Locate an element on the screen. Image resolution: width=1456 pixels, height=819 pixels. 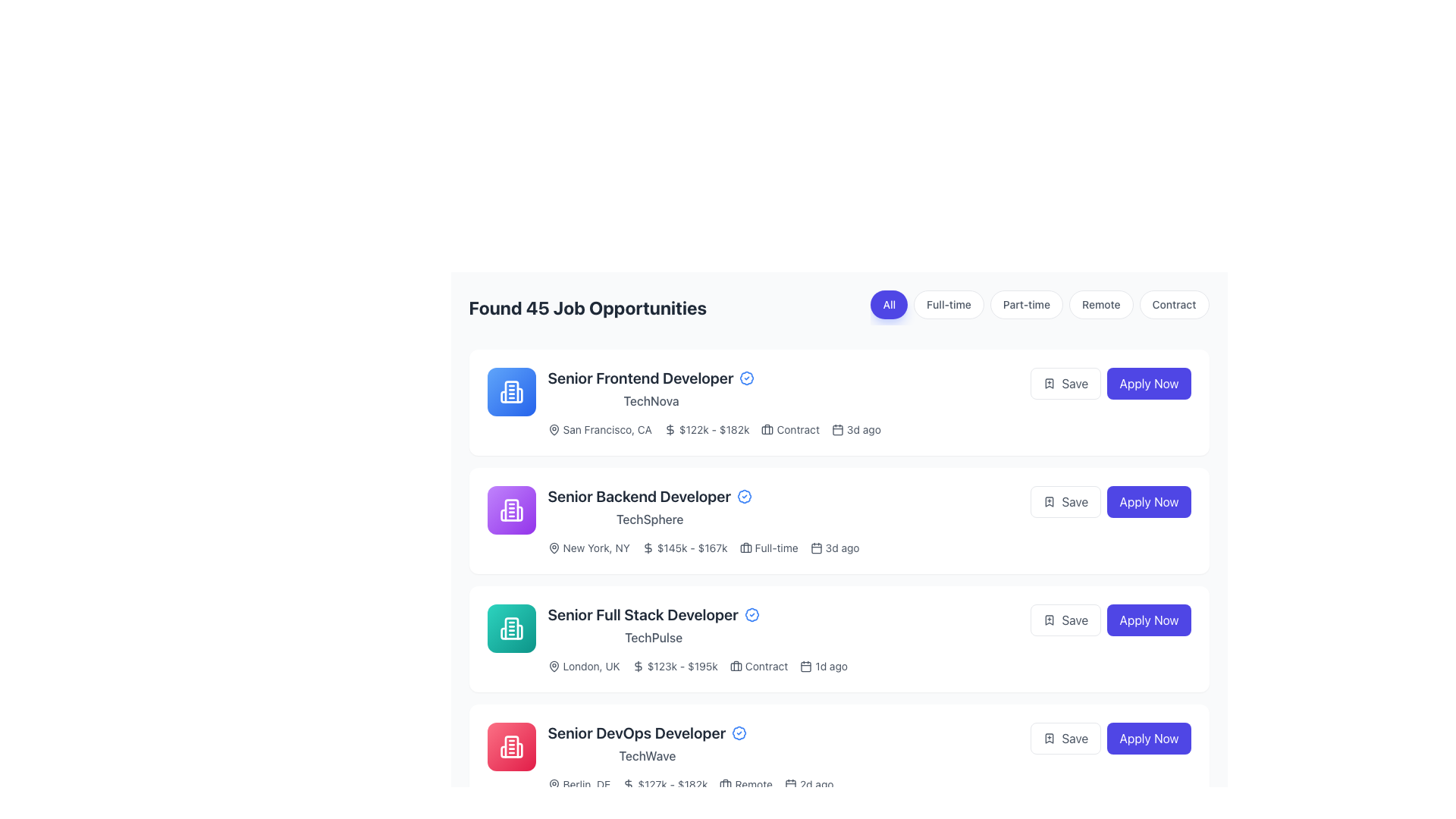
the label displaying 'Berlin, DE' with a pin icon, located in the bottom-left corner of the job entry for 'Senior DevOps Developer' is located at coordinates (578, 784).